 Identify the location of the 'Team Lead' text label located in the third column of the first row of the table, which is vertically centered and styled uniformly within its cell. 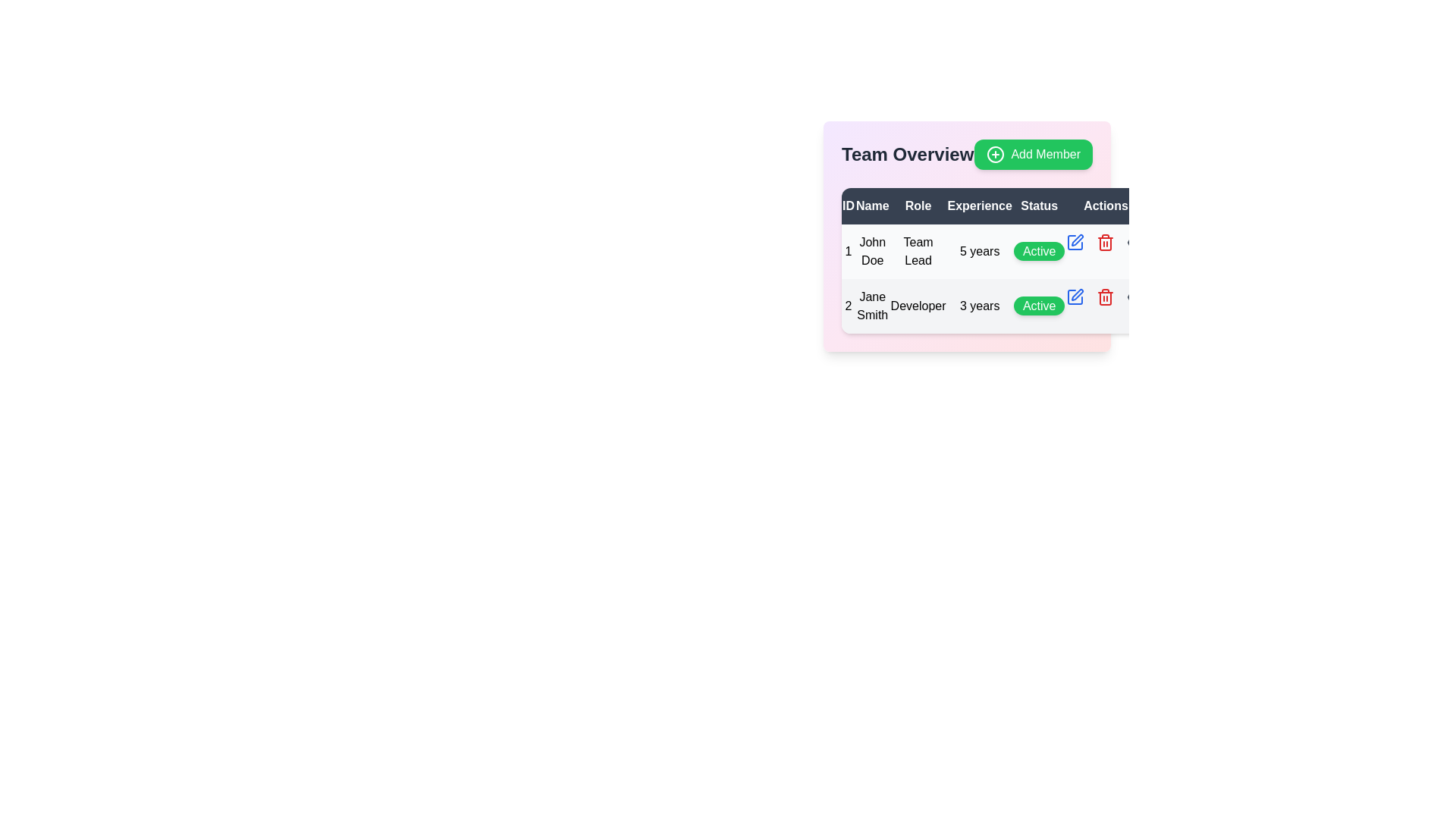
(918, 250).